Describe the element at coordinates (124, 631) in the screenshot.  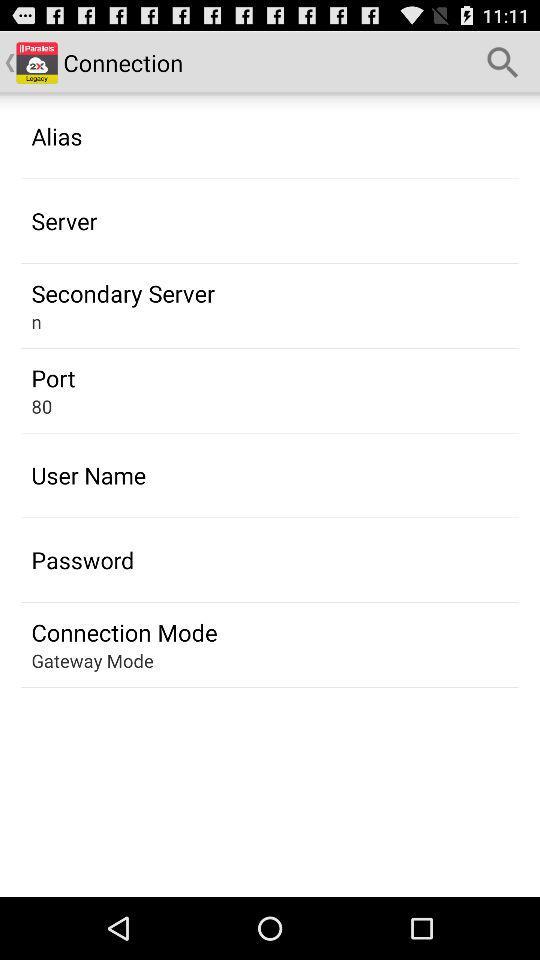
I see `app below password` at that location.